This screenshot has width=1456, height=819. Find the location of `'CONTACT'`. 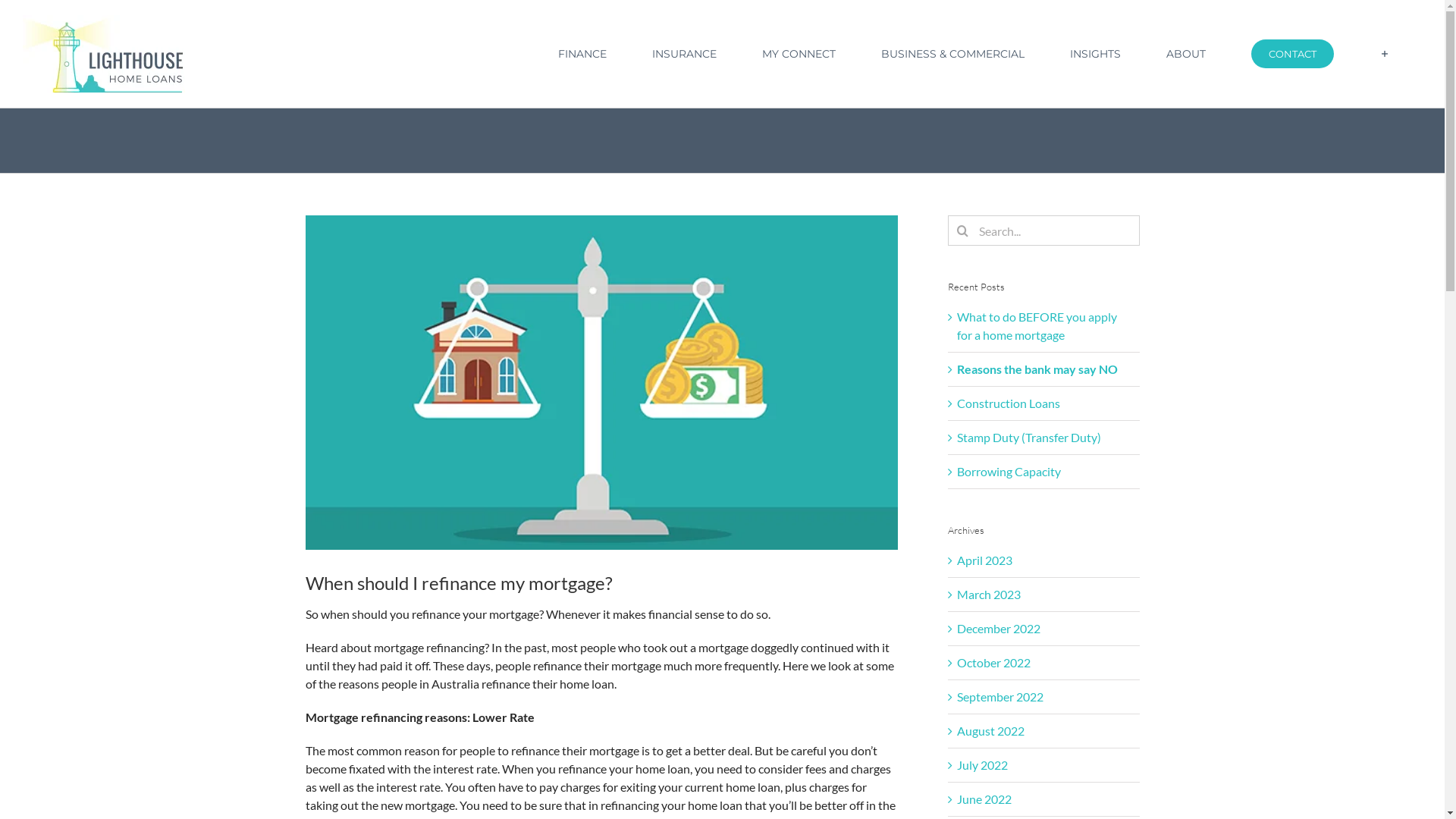

'CONTACT' is located at coordinates (1291, 52).